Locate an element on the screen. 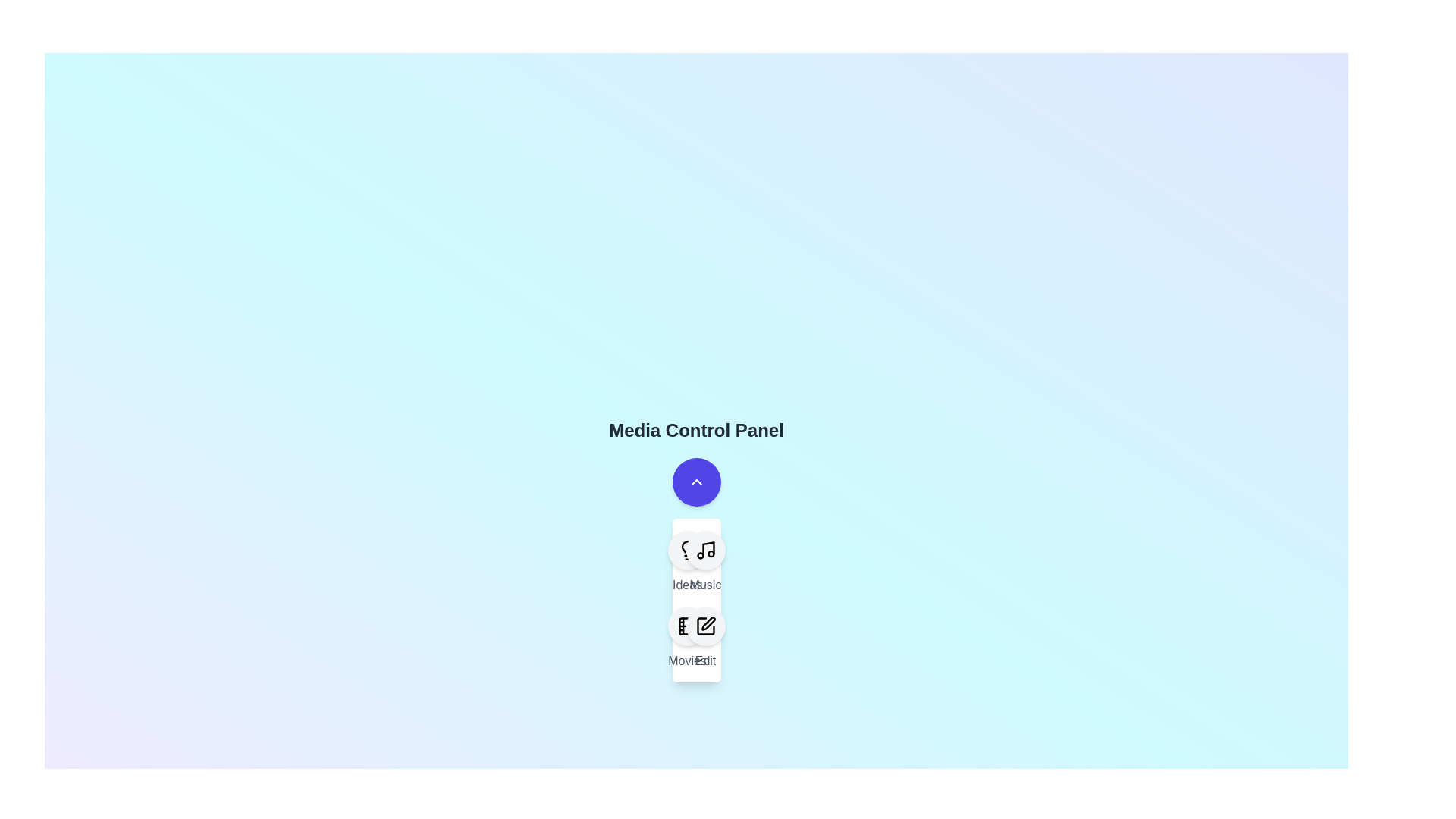  the menu item labeled Music is located at coordinates (704, 562).